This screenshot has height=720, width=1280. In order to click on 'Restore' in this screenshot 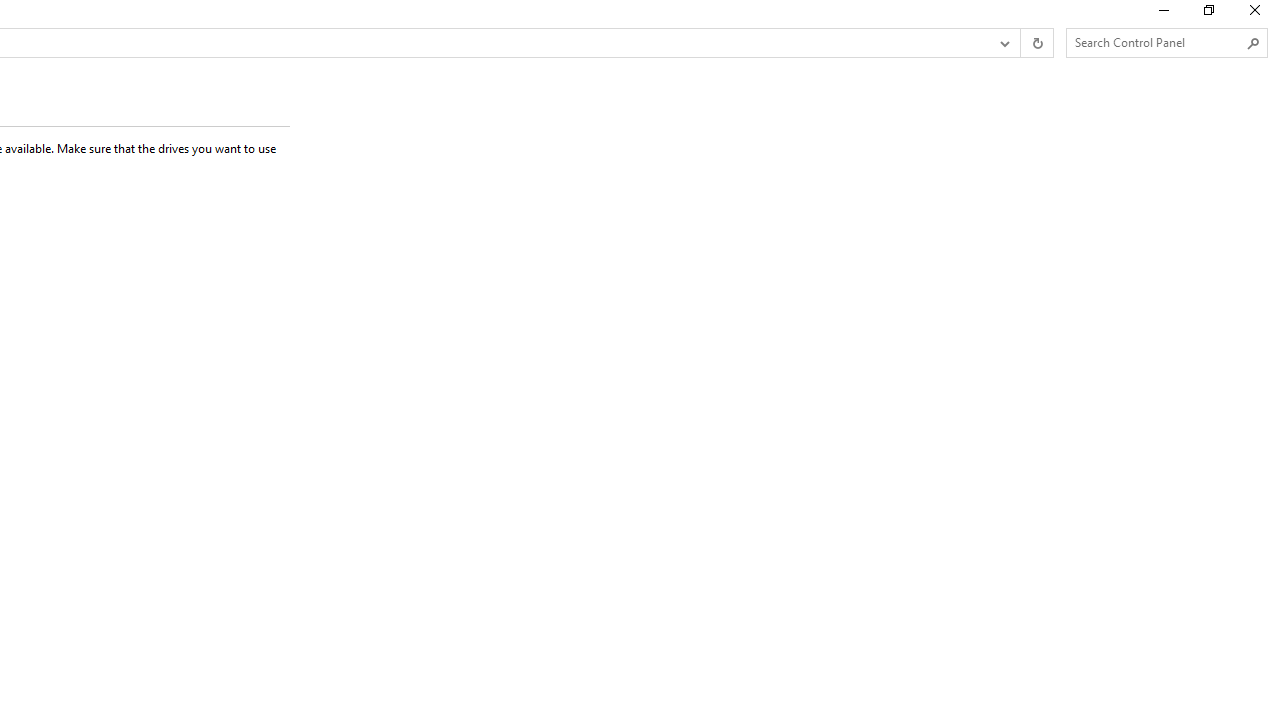, I will do `click(1207, 15)`.